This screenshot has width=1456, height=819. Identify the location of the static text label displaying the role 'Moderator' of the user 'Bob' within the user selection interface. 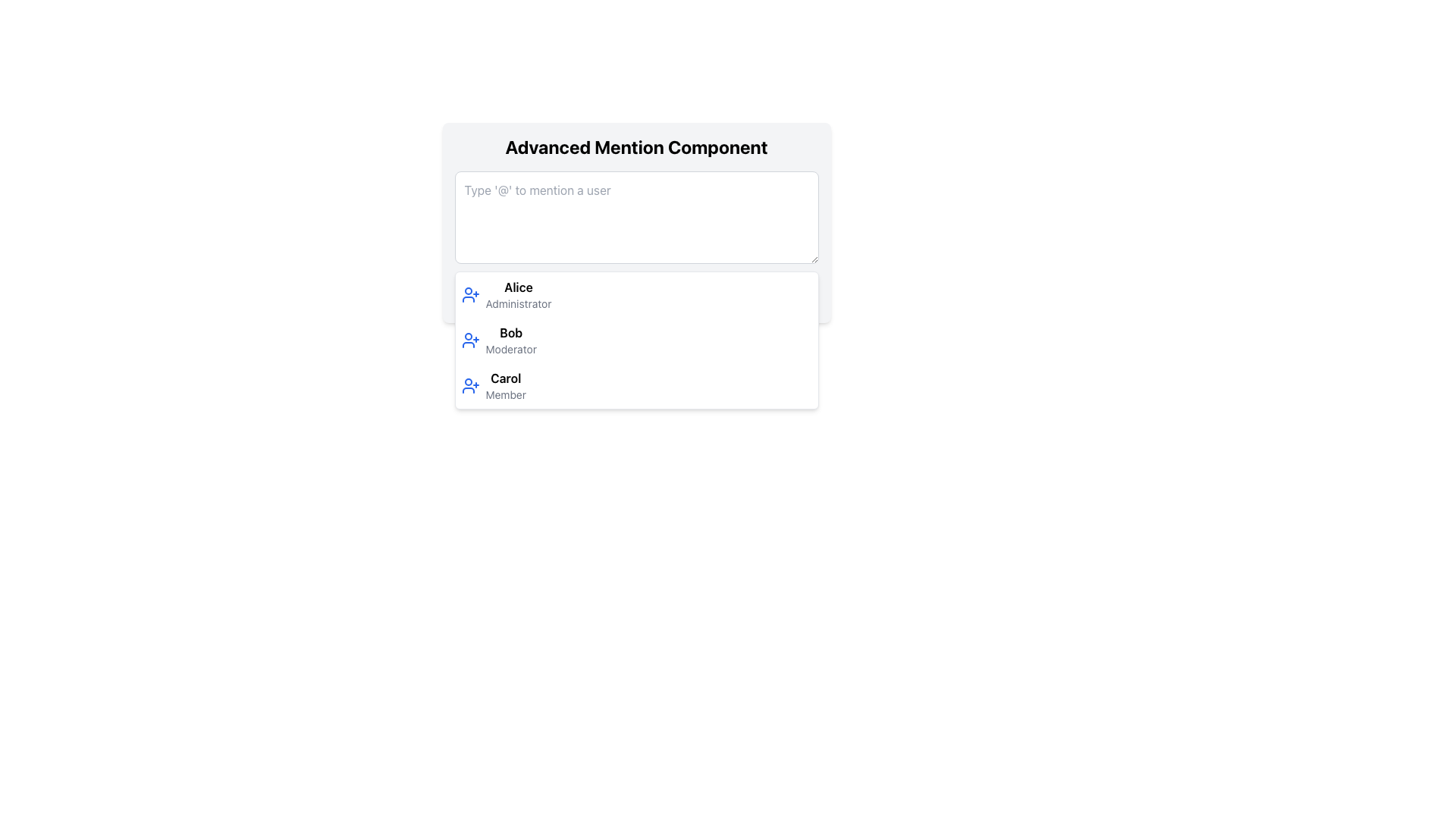
(511, 350).